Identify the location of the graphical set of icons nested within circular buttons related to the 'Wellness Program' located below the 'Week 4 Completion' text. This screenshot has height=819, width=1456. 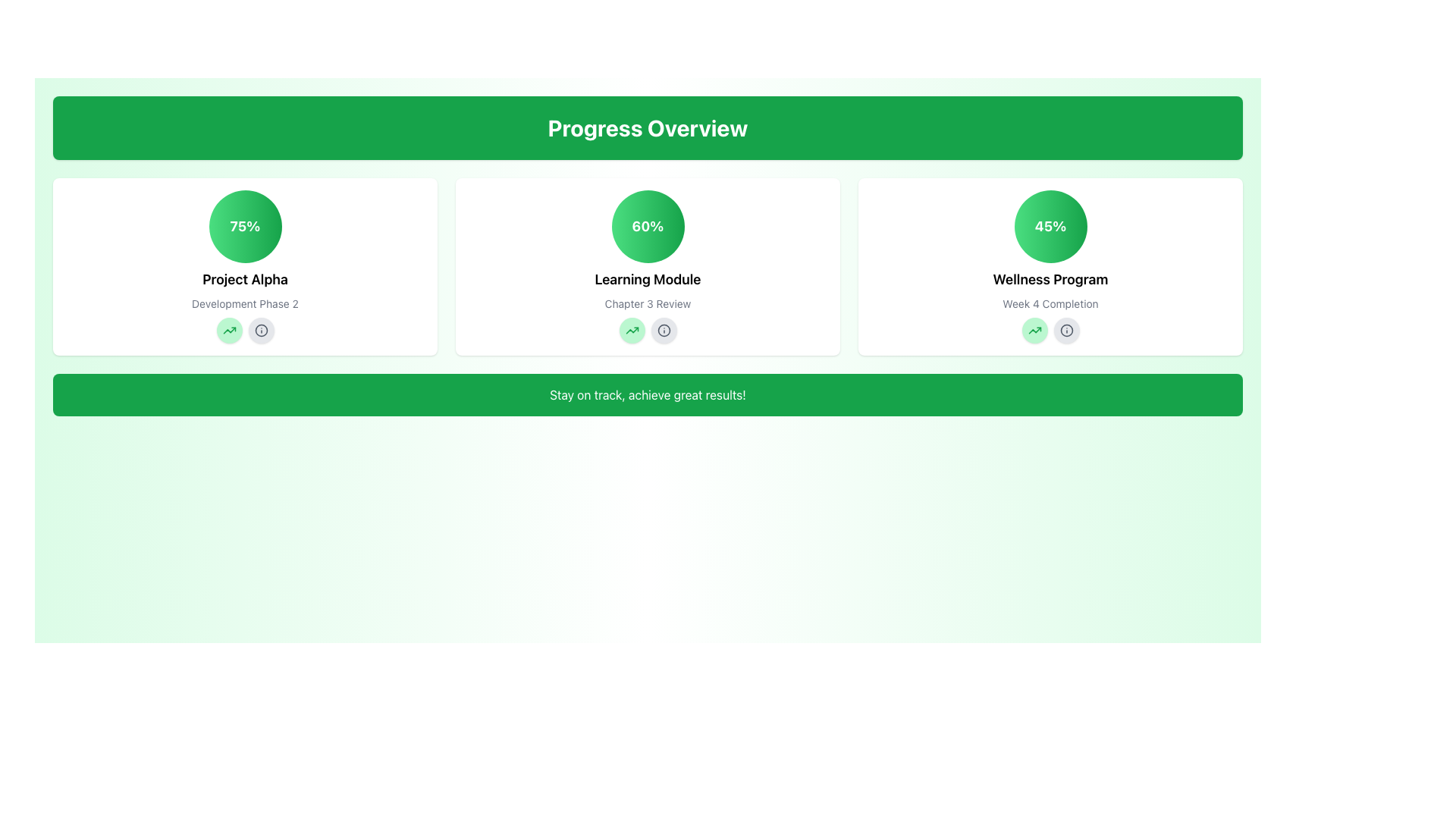
(1050, 329).